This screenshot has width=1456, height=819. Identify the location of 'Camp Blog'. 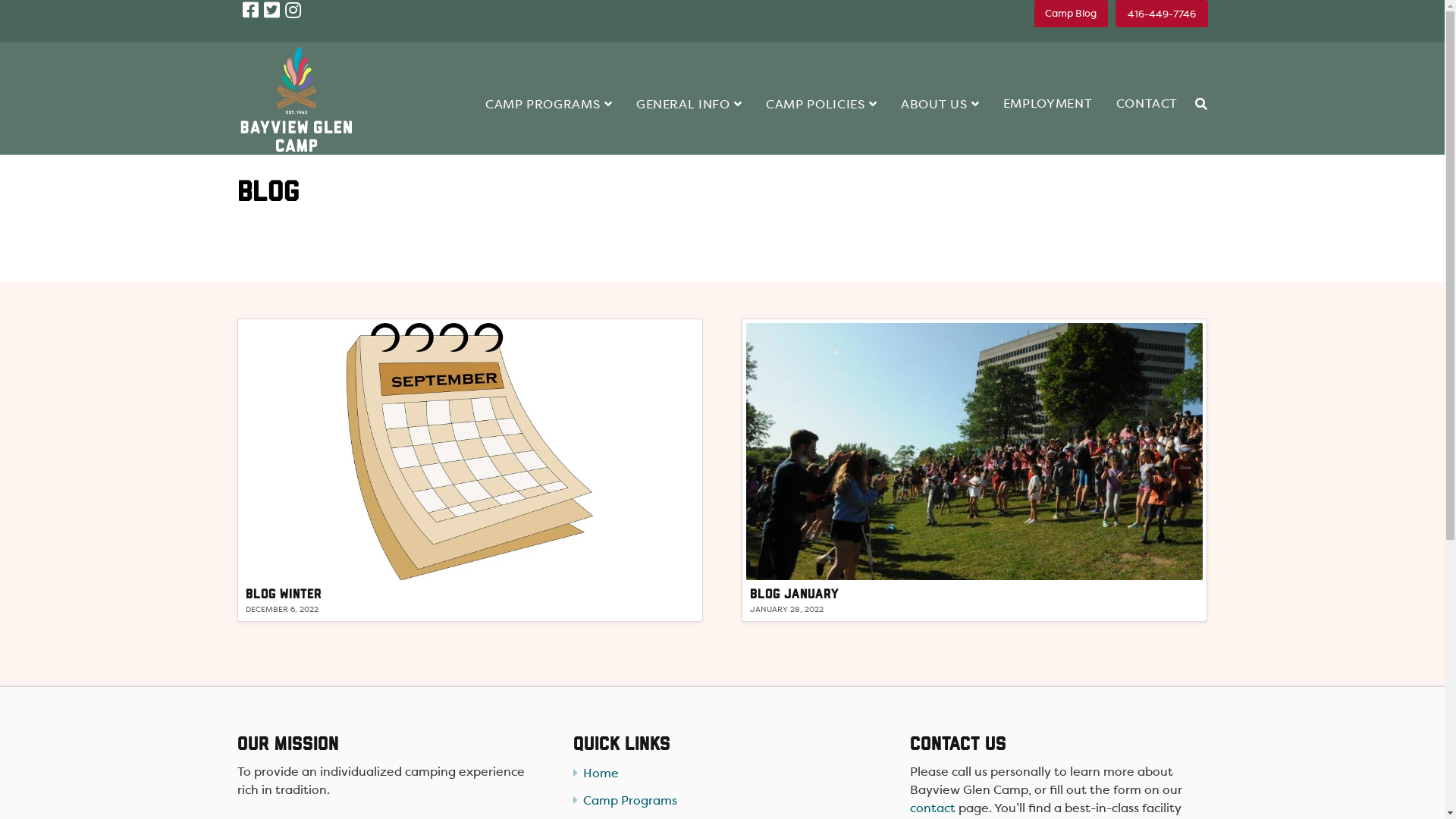
(1070, 14).